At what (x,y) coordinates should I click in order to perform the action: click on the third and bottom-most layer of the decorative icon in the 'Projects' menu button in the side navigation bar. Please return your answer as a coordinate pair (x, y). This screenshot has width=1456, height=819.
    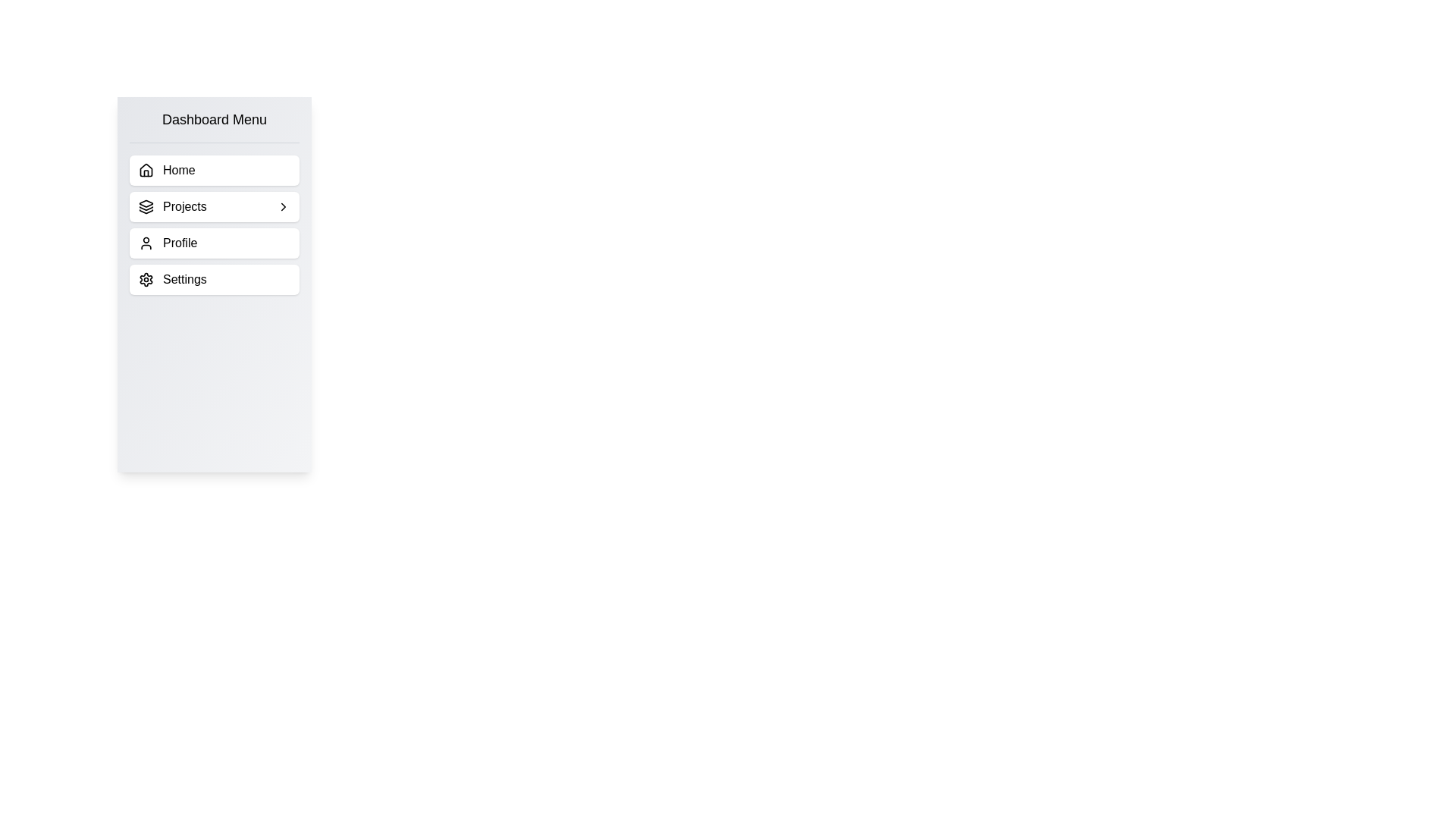
    Looking at the image, I should click on (146, 212).